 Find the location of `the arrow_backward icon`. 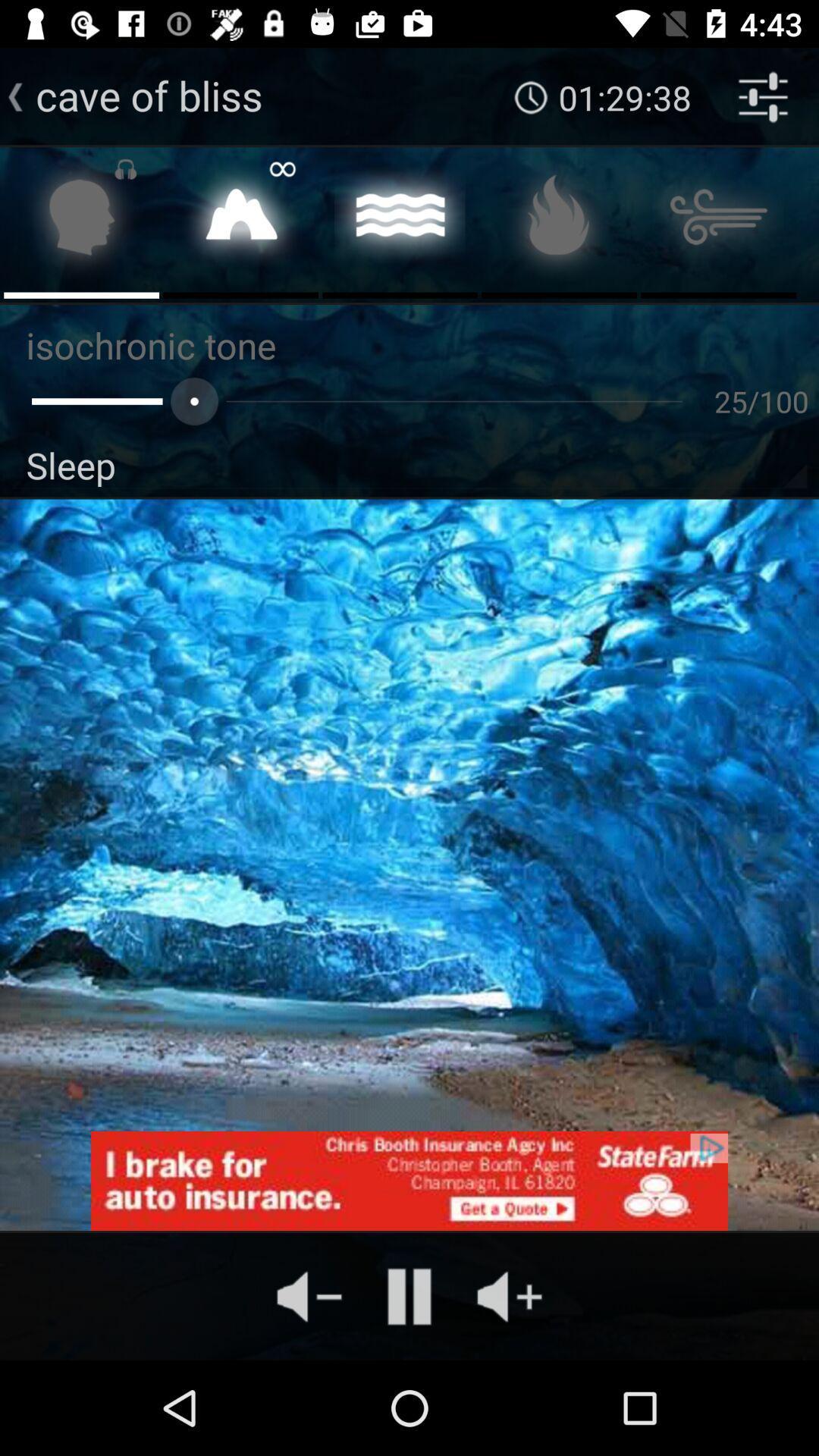

the arrow_backward icon is located at coordinates (15, 96).